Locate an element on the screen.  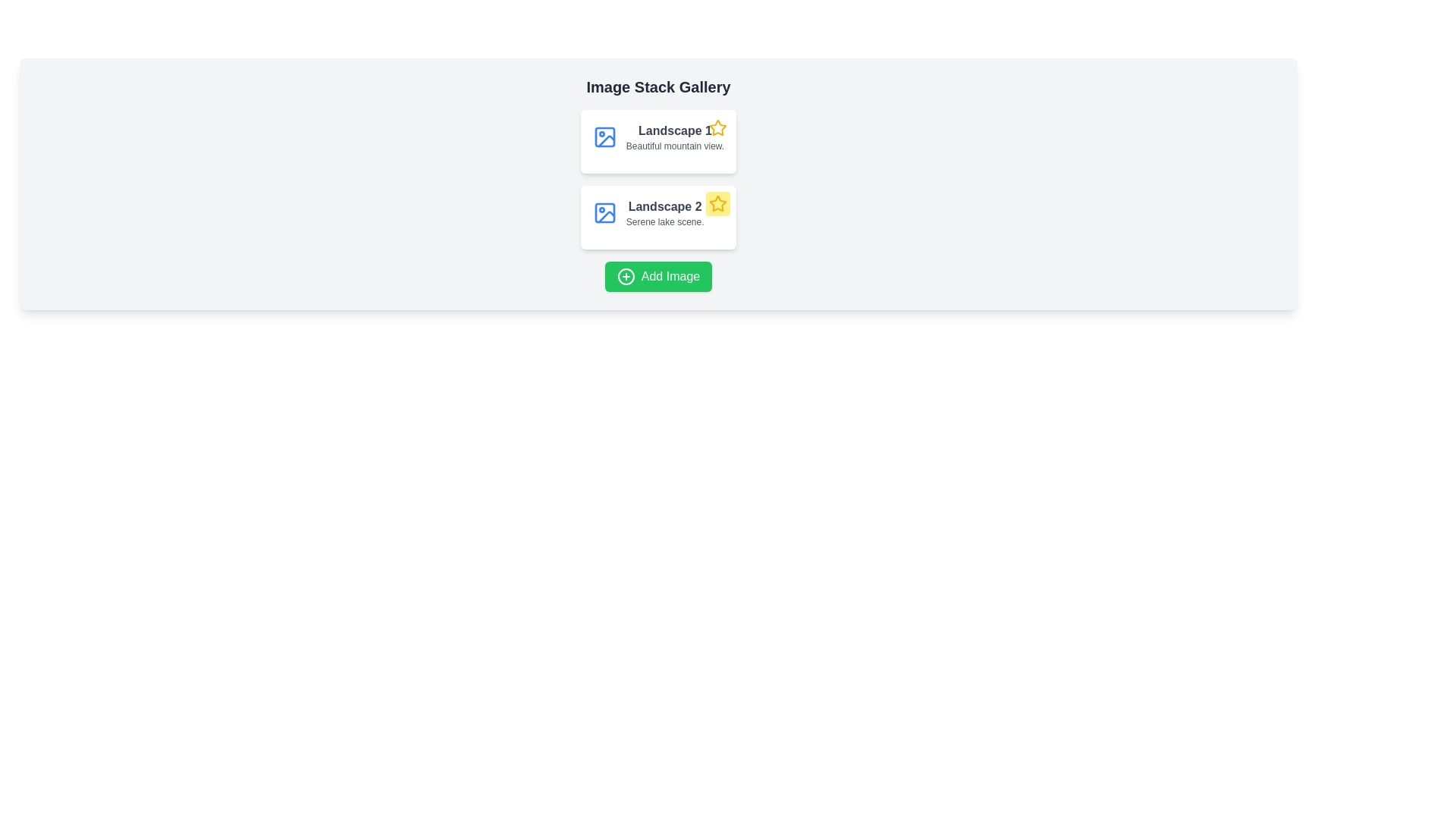
the blue image placeholder icon representing a mountain scene is located at coordinates (604, 137).